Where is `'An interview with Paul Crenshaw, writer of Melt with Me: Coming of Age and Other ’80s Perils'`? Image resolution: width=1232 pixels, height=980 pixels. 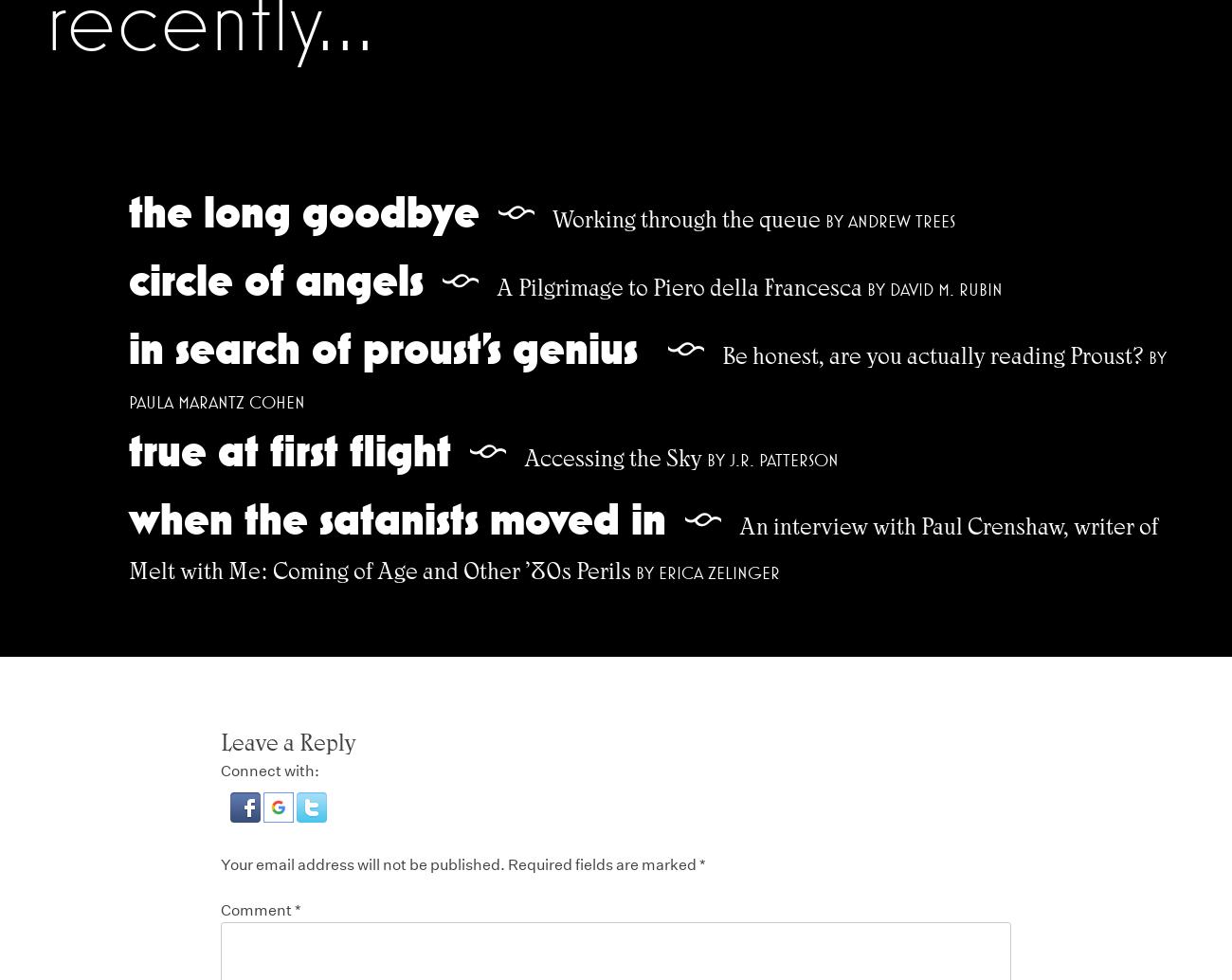 'An interview with Paul Crenshaw, writer of Melt with Me: Coming of Age and Other ’80s Perils' is located at coordinates (642, 548).